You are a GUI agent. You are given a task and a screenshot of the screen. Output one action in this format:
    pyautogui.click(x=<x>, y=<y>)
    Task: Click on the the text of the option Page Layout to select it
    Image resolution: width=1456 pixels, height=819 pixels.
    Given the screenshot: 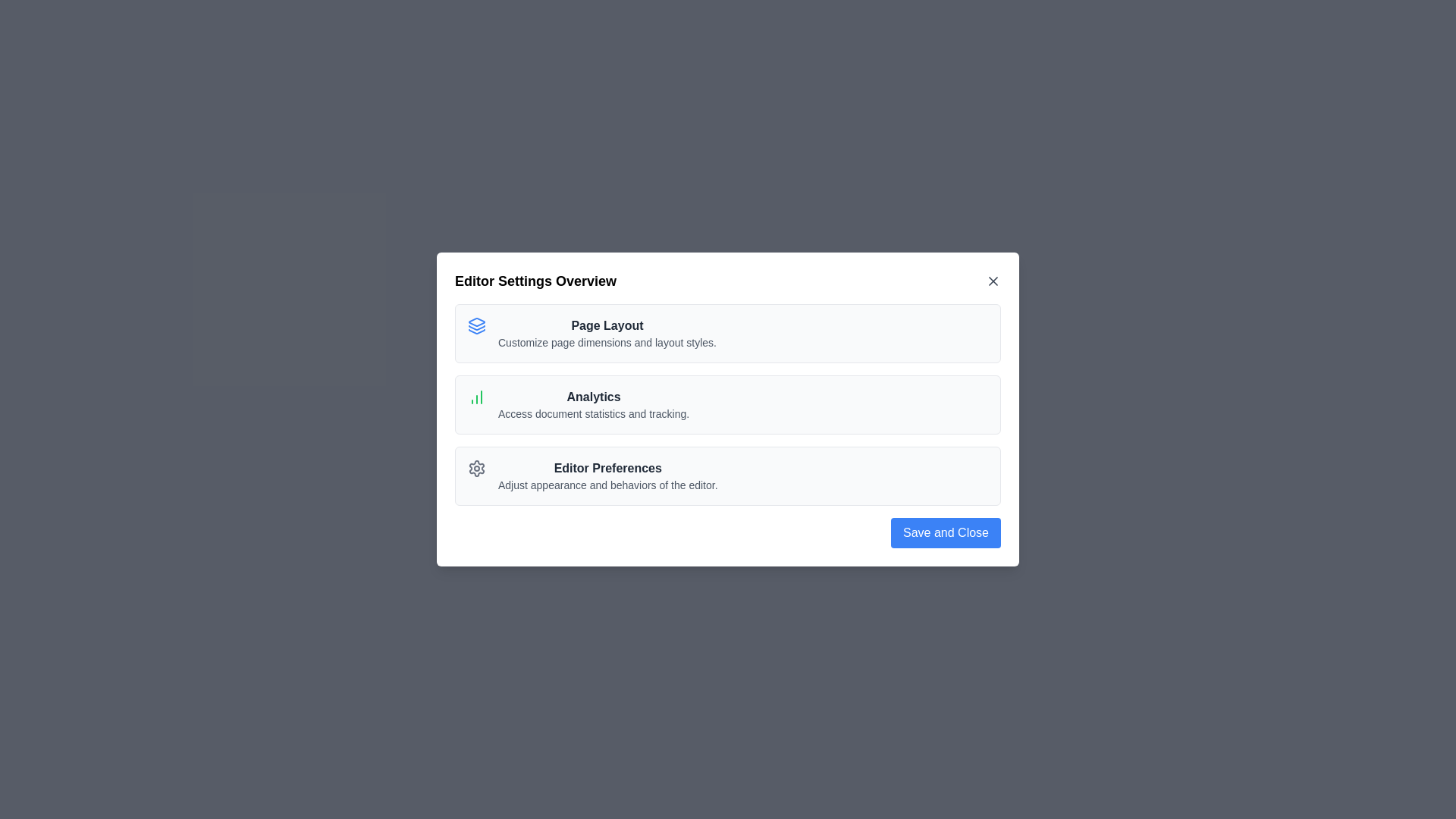 What is the action you would take?
    pyautogui.click(x=607, y=325)
    